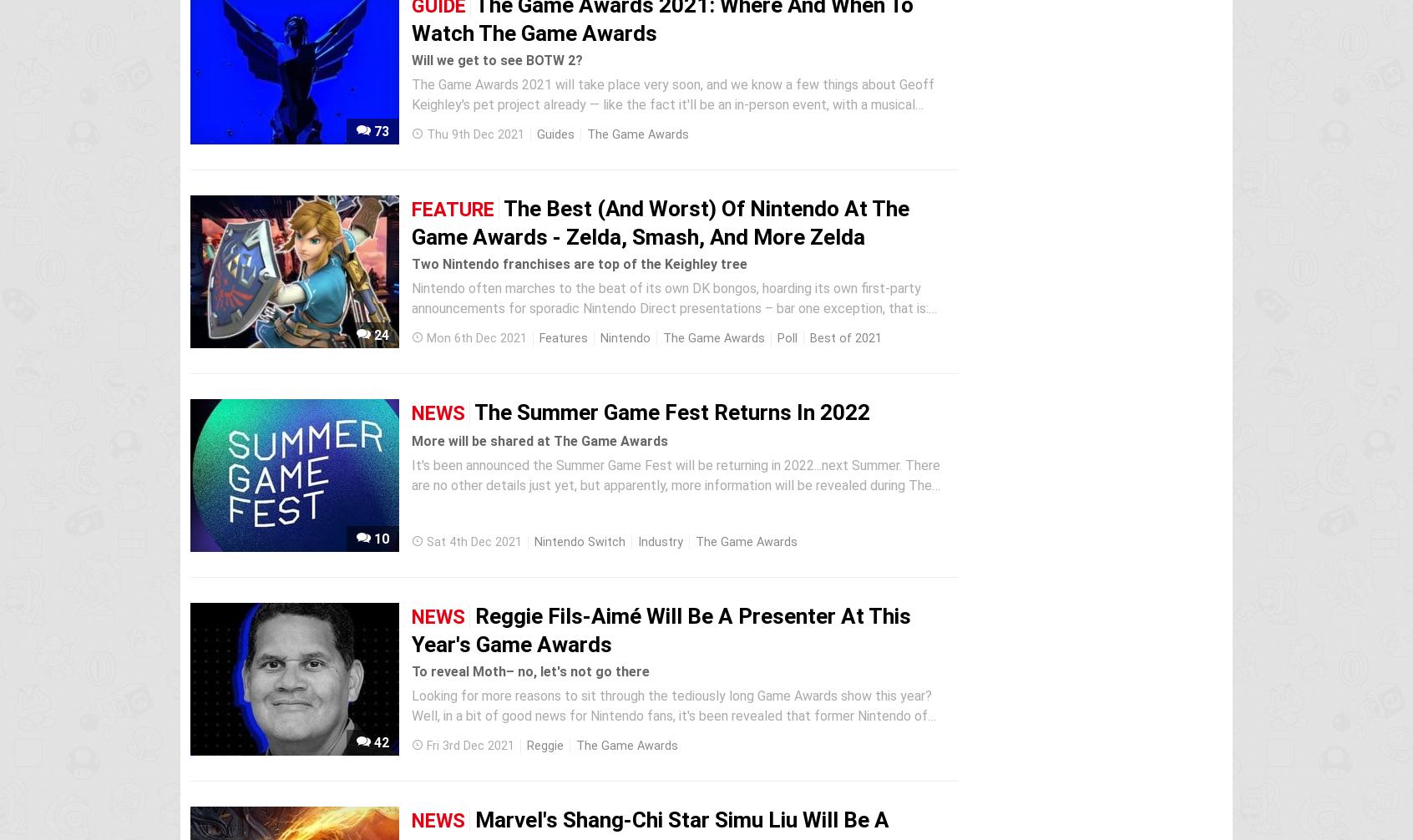 The image size is (1413, 840). Describe the element at coordinates (544, 745) in the screenshot. I see `'Reggie'` at that location.